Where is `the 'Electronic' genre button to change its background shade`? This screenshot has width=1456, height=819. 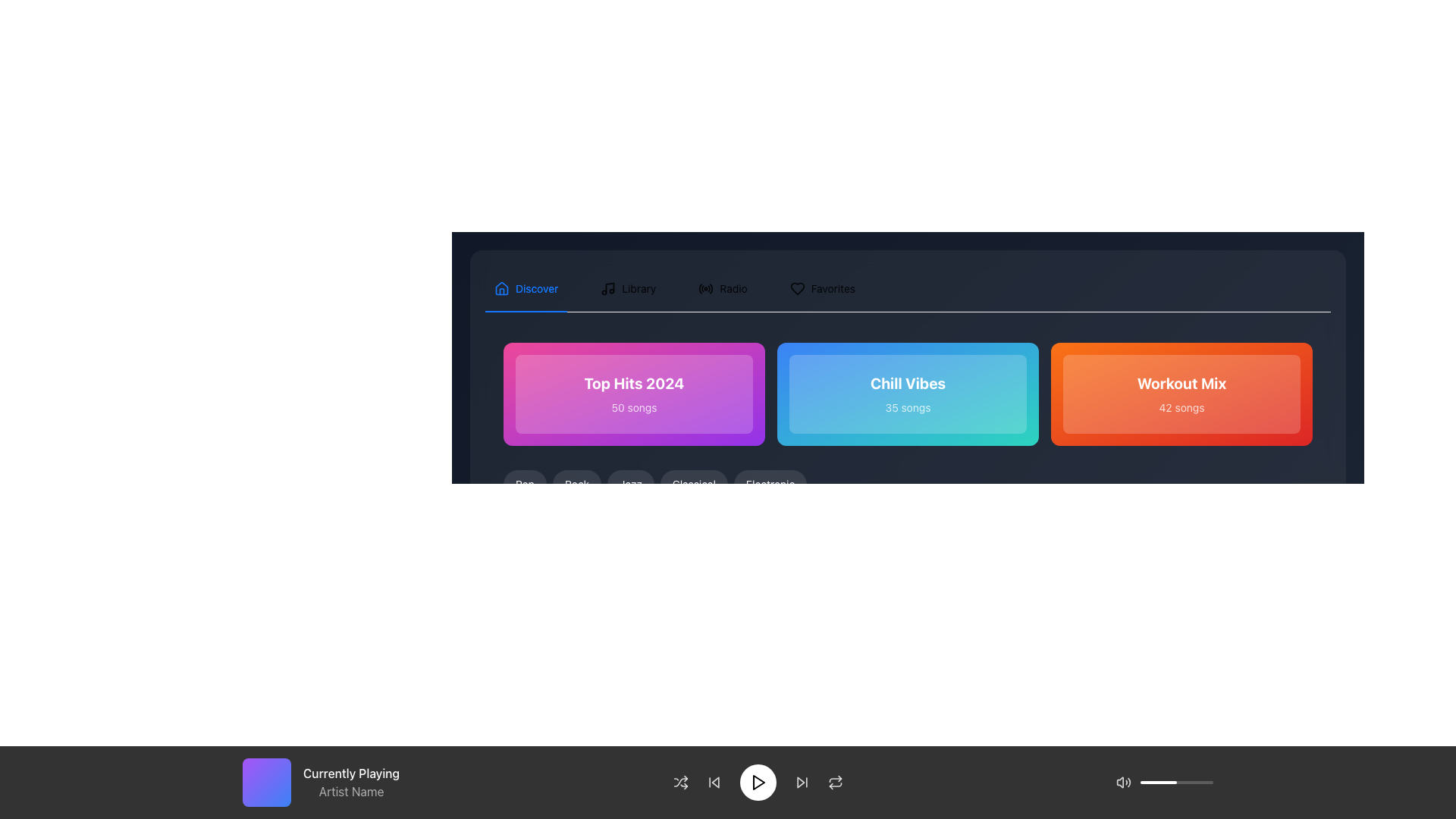
the 'Electronic' genre button to change its background shade is located at coordinates (770, 485).